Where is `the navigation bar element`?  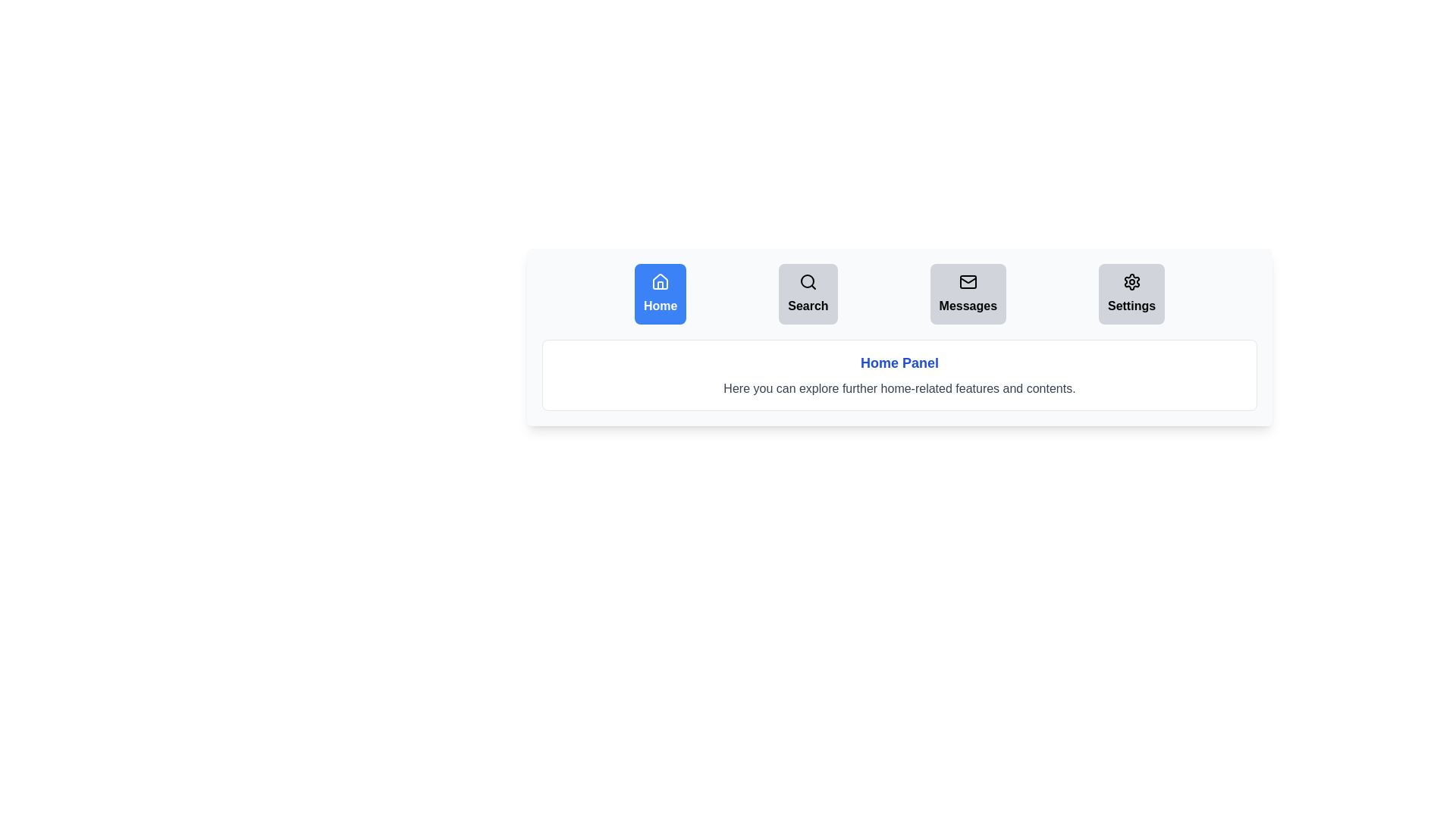
the navigation bar element is located at coordinates (899, 294).